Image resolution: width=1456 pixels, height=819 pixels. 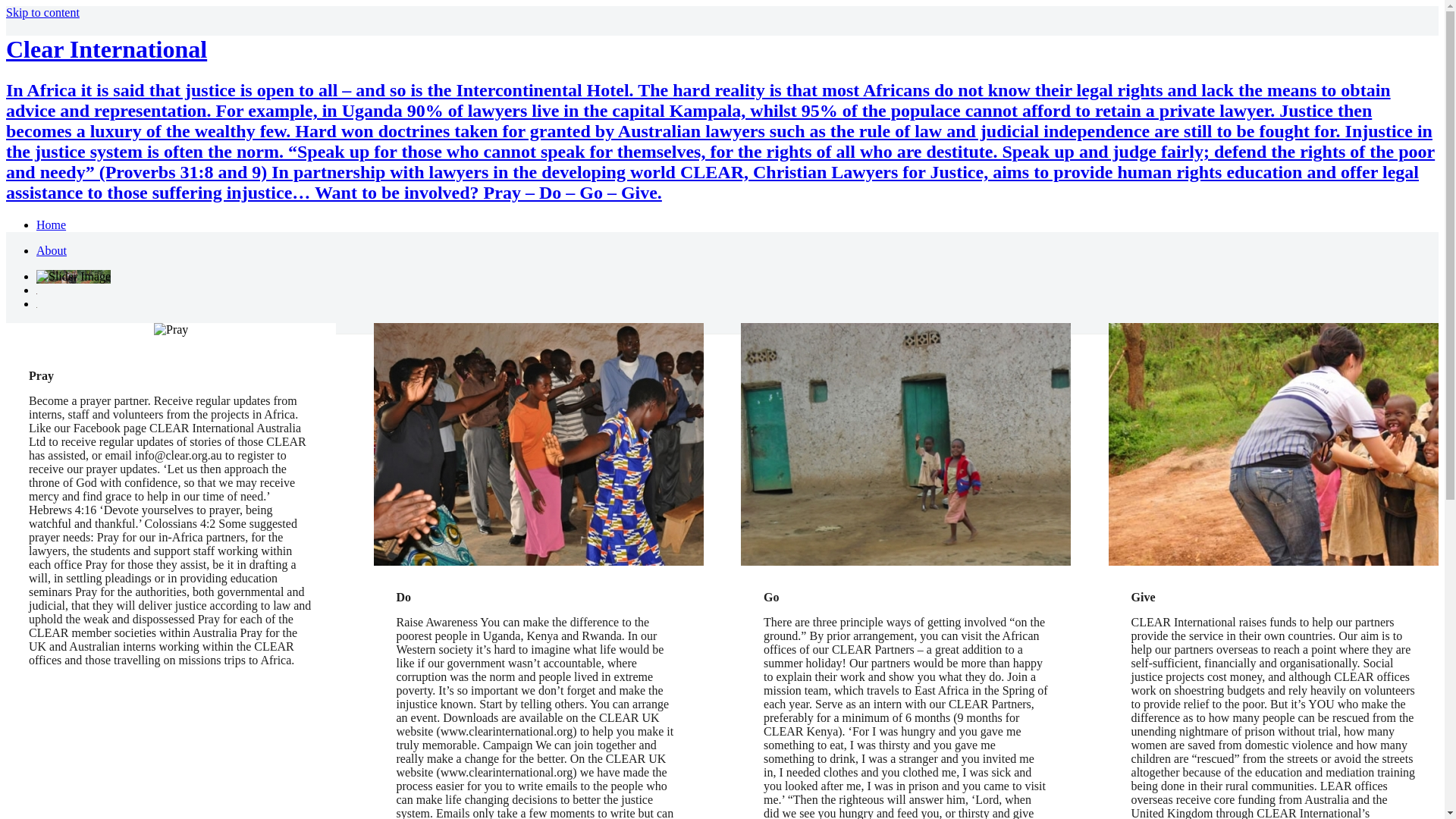 What do you see at coordinates (42, 12) in the screenshot?
I see `'Skip to content'` at bounding box center [42, 12].